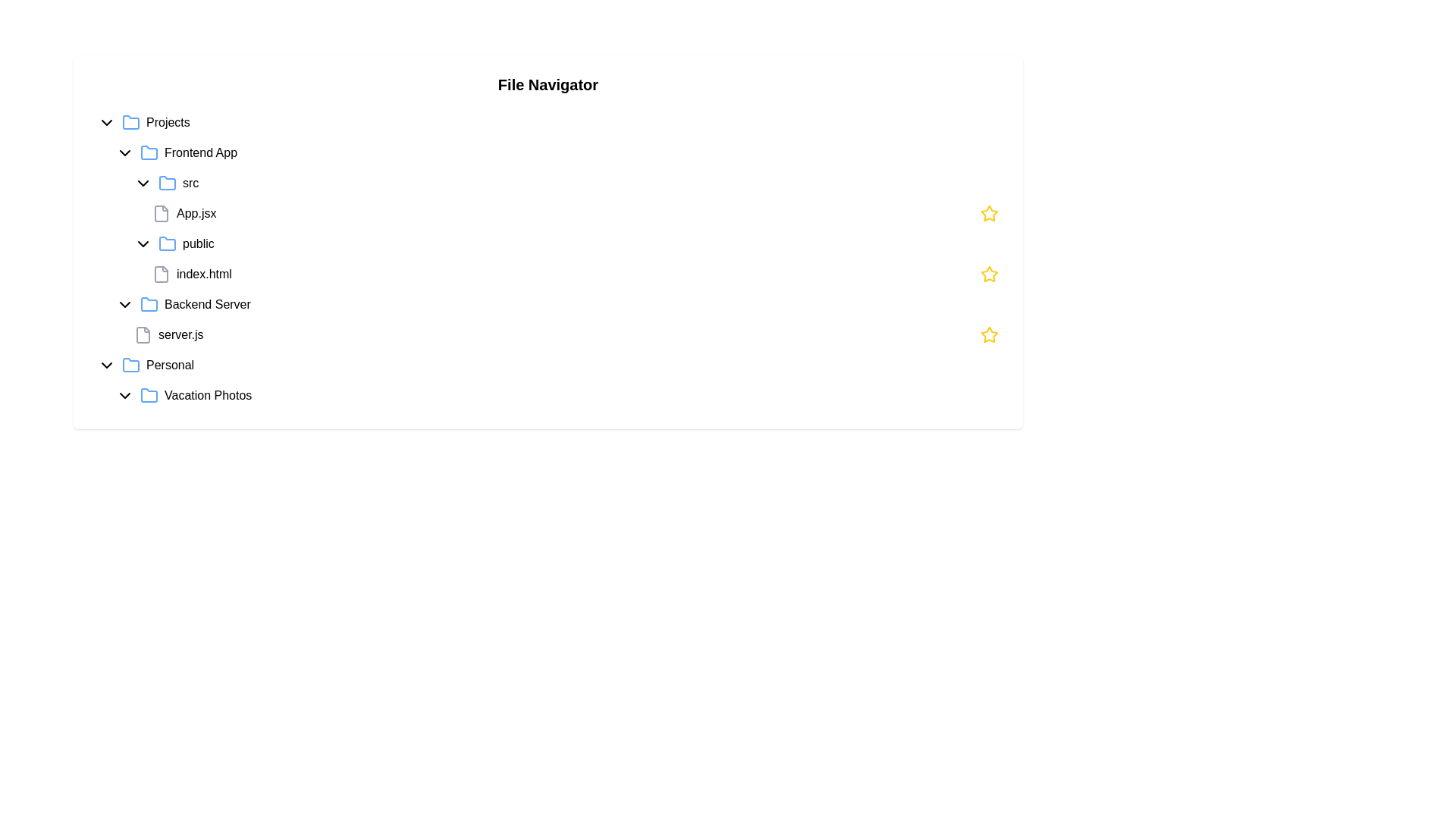 The height and width of the screenshot is (819, 1456). Describe the element at coordinates (196, 213) in the screenshot. I see `the text label representing the file 'App.jsx' located in the 'src' folder of the file navigation sidebar` at that location.